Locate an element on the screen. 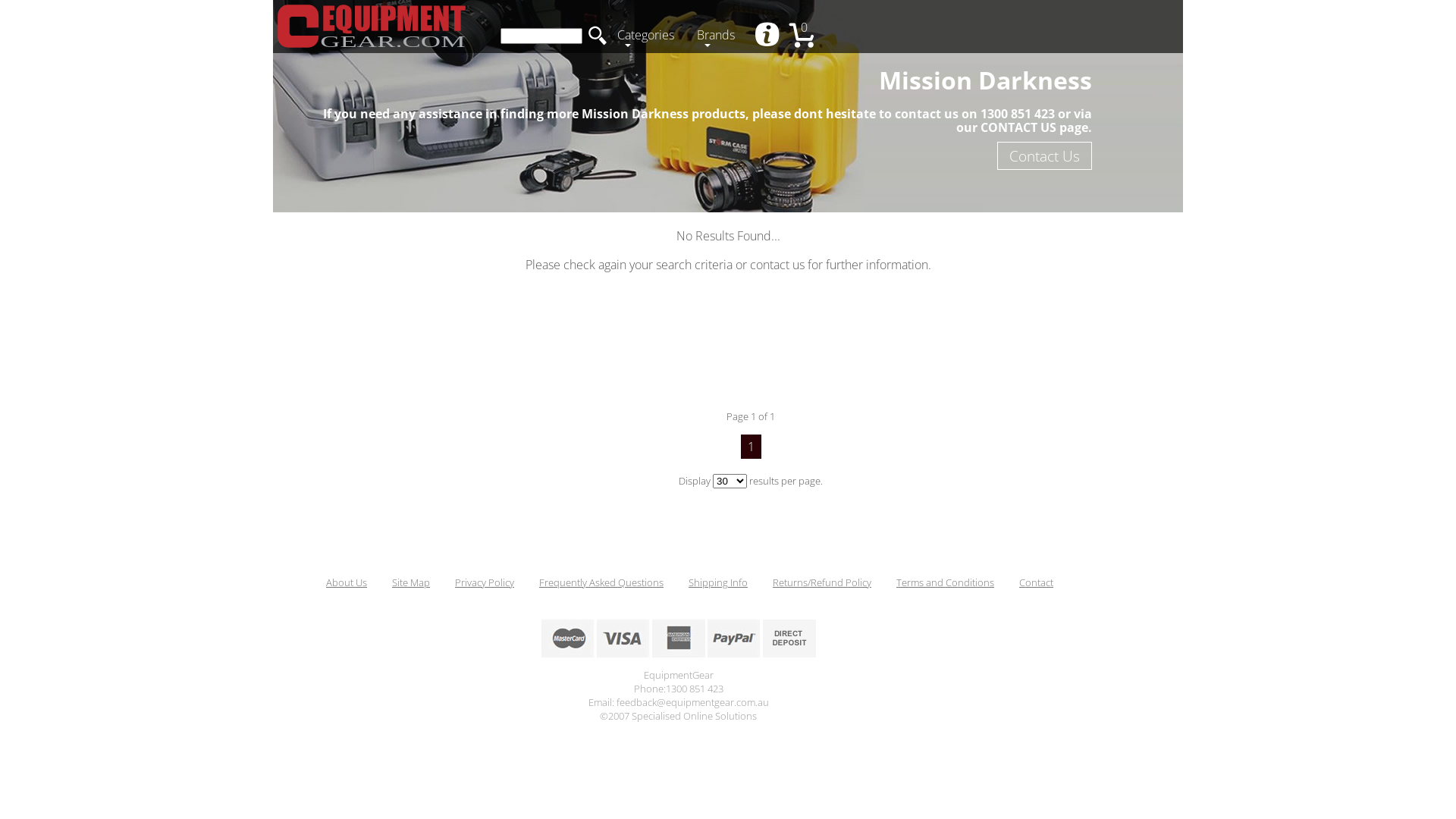 The height and width of the screenshot is (819, 1456). 'Product Search' is located at coordinates (541, 35).